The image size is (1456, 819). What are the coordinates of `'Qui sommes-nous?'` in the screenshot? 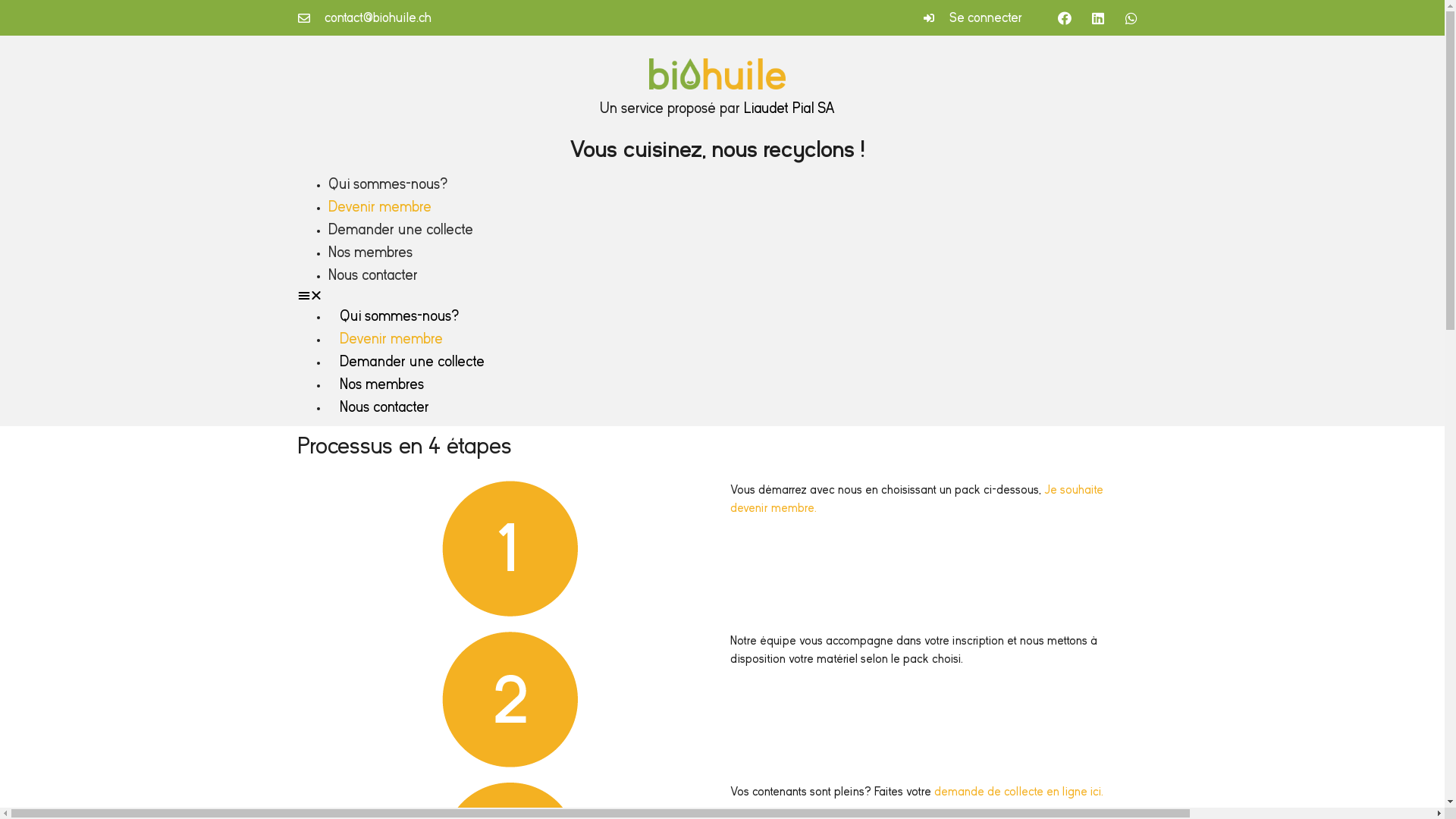 It's located at (387, 183).